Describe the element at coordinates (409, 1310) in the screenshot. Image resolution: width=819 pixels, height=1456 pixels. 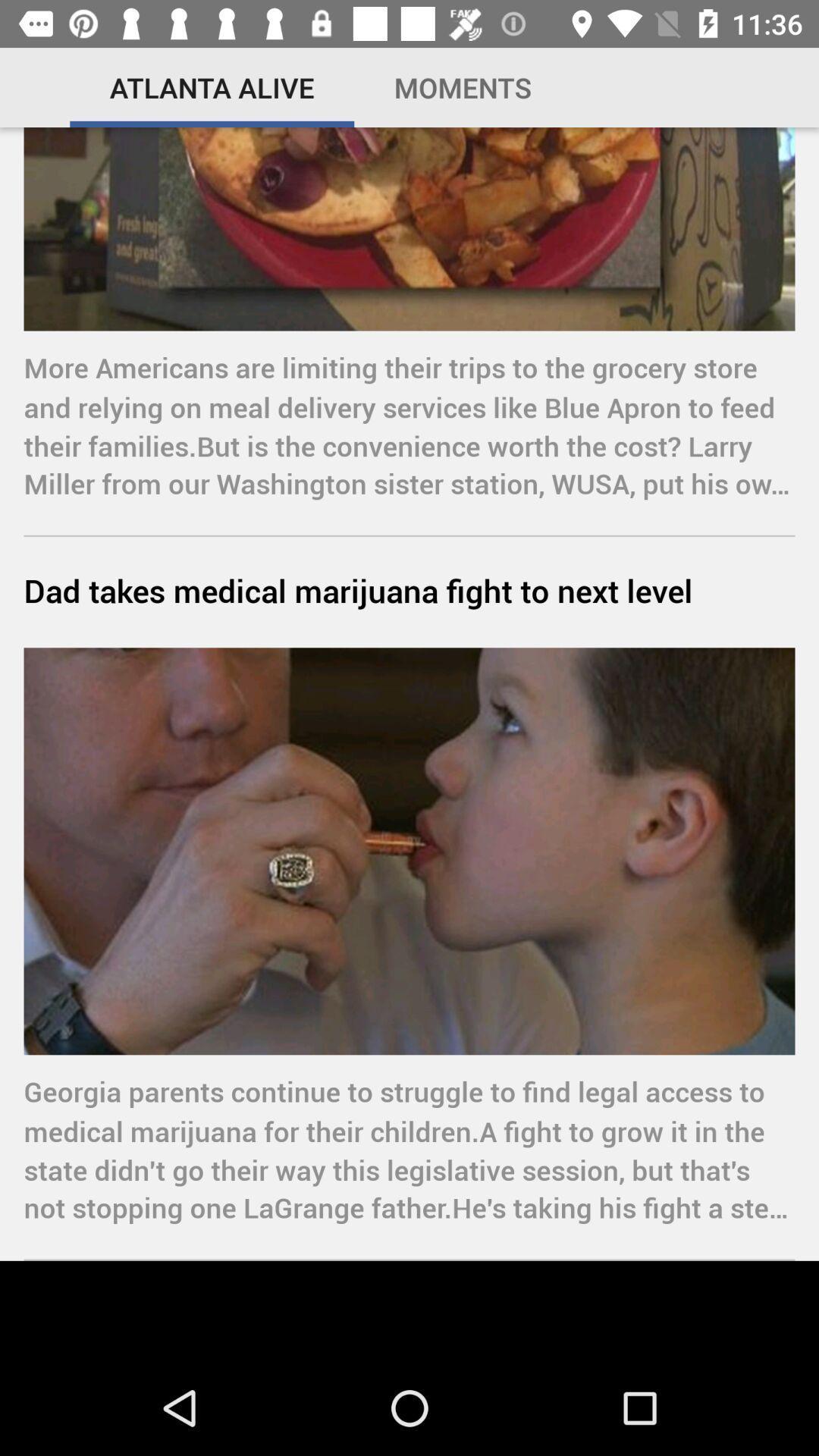
I see `the icon below the georgia parents continue icon` at that location.